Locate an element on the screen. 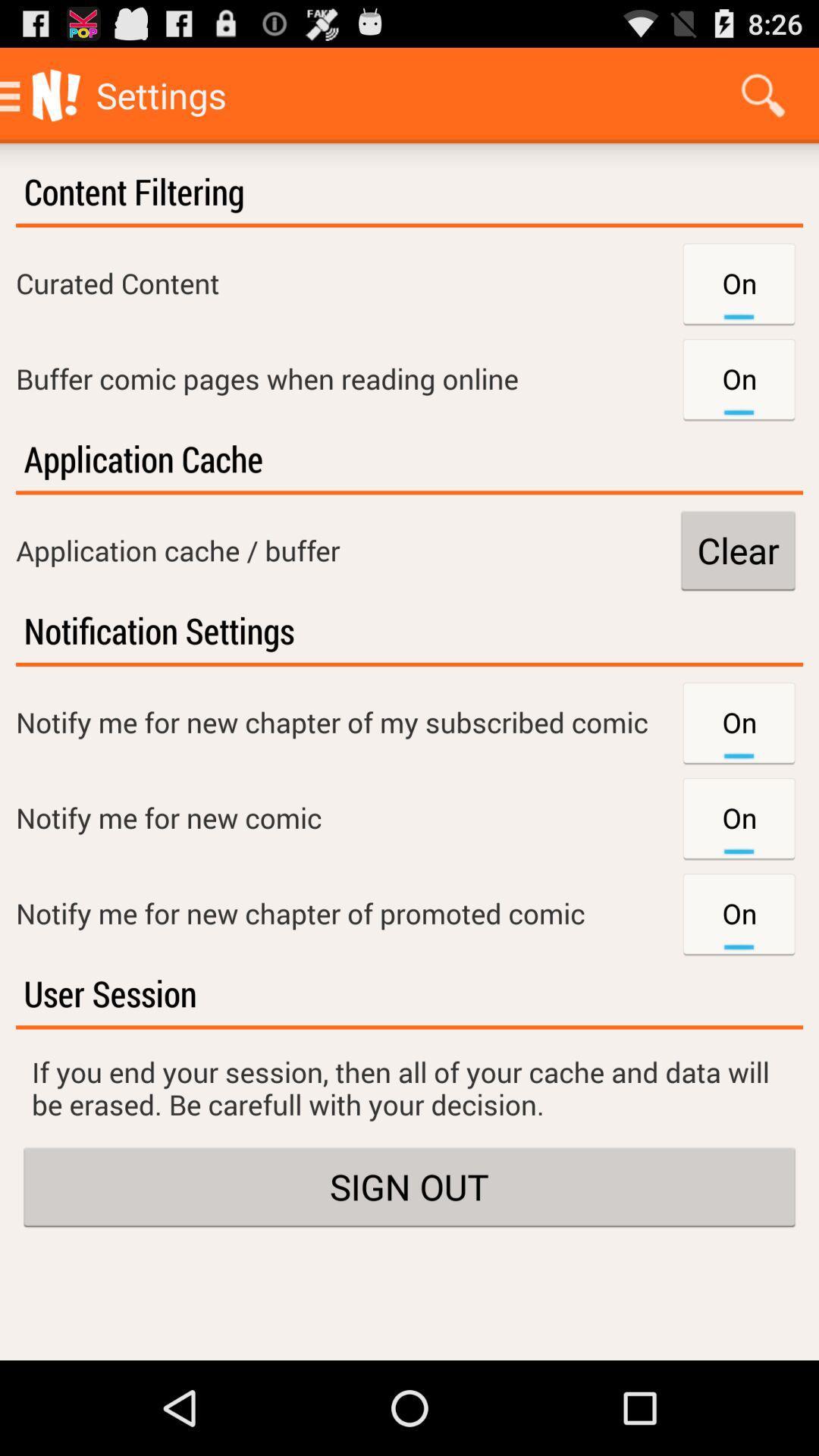 The height and width of the screenshot is (1456, 819). sign out icon is located at coordinates (409, 1186).